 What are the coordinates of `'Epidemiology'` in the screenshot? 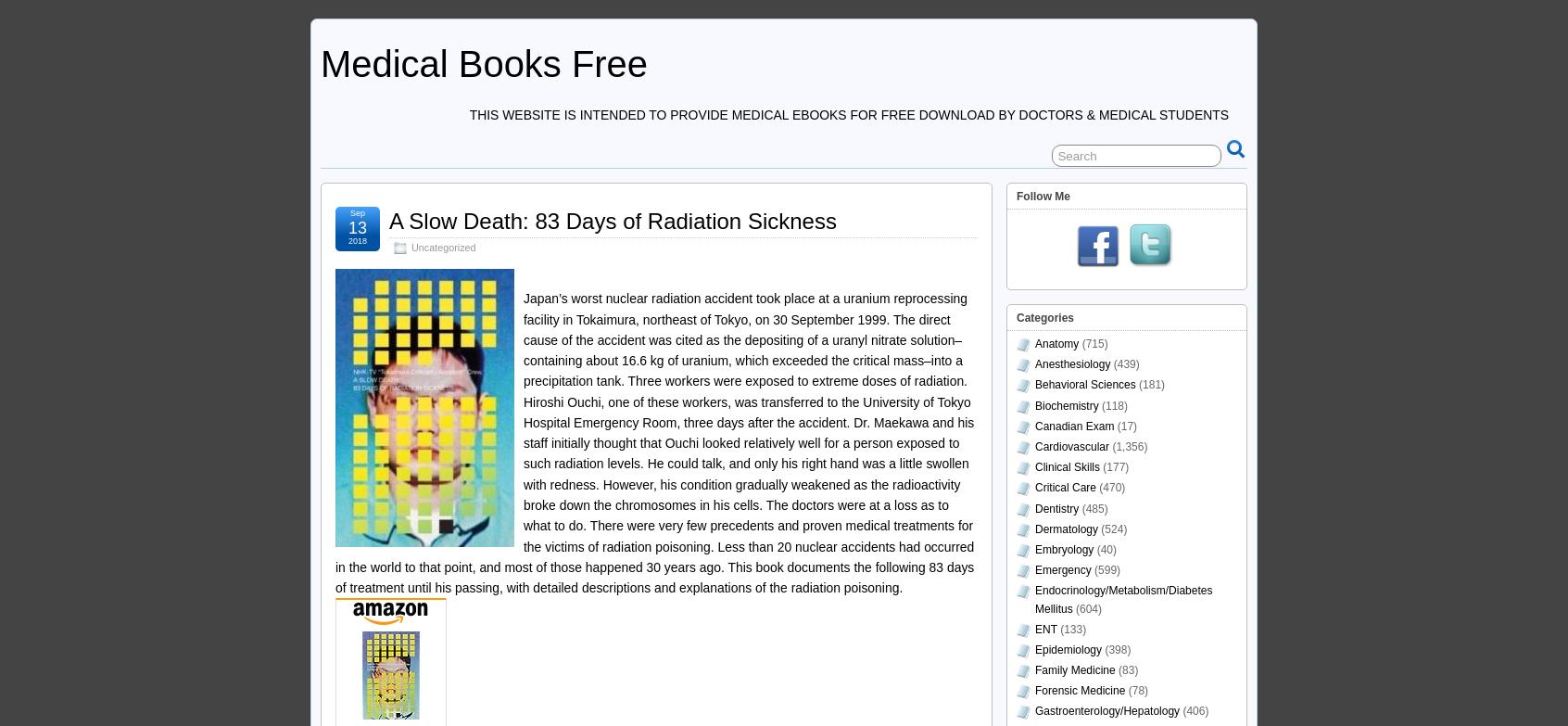 It's located at (1067, 648).